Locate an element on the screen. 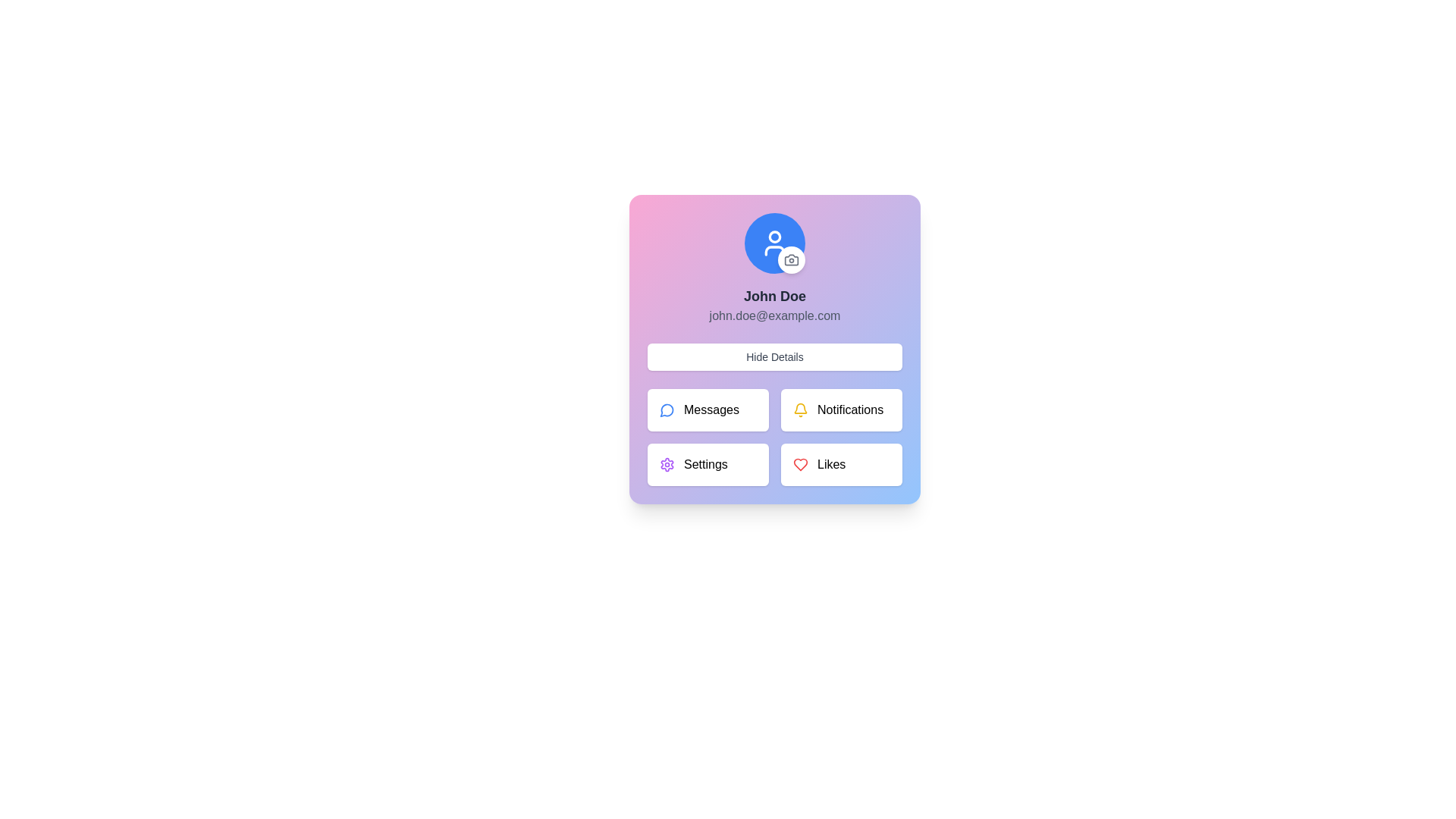 The image size is (1456, 819). the heart icon located within the 'Likes' button is located at coordinates (800, 464).